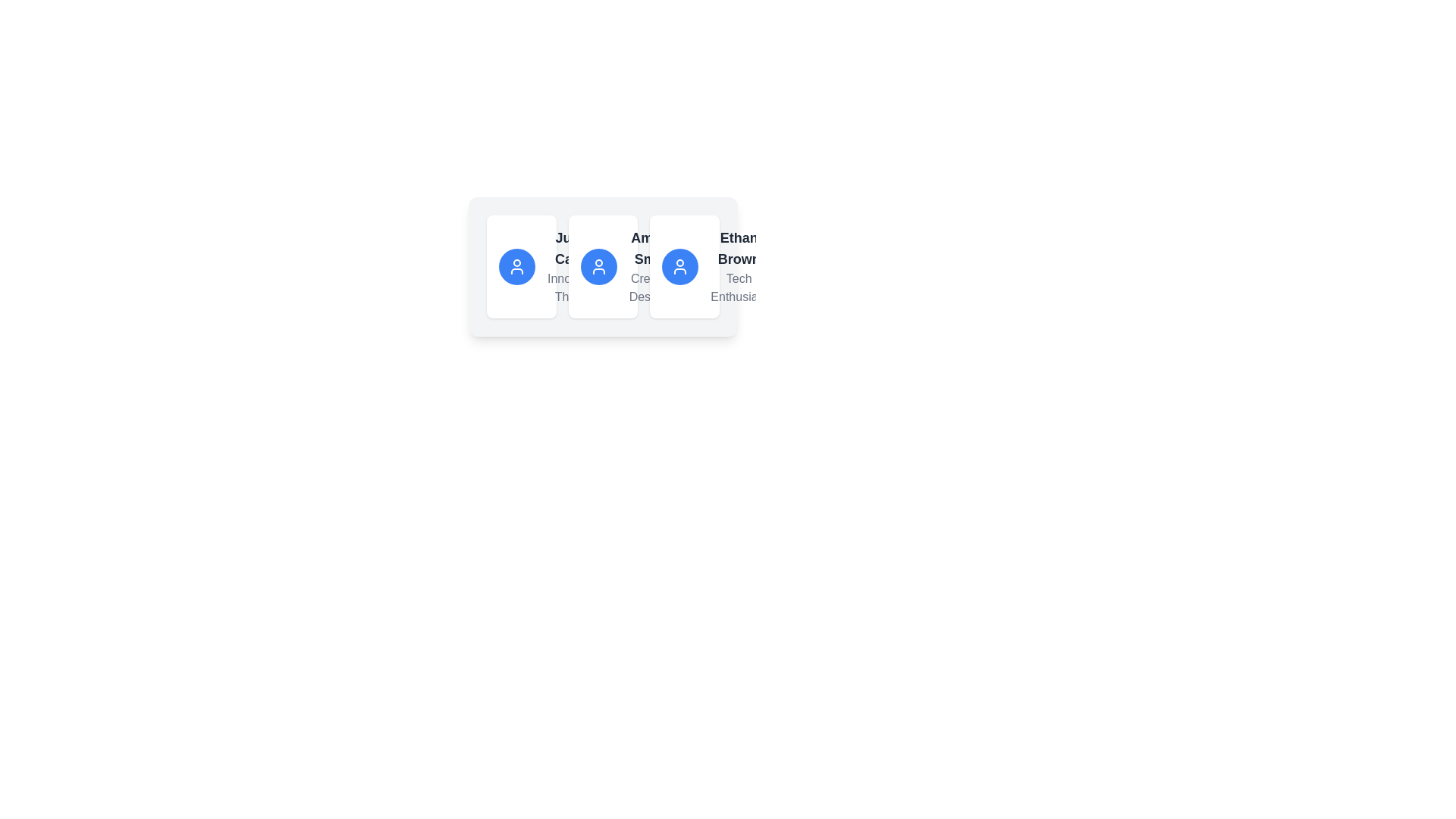 The height and width of the screenshot is (819, 1456). What do you see at coordinates (653, 288) in the screenshot?
I see `the text label displaying the professional role of 'Amelia Smith', located in the lower half of the card-style layout beneath her name` at bounding box center [653, 288].